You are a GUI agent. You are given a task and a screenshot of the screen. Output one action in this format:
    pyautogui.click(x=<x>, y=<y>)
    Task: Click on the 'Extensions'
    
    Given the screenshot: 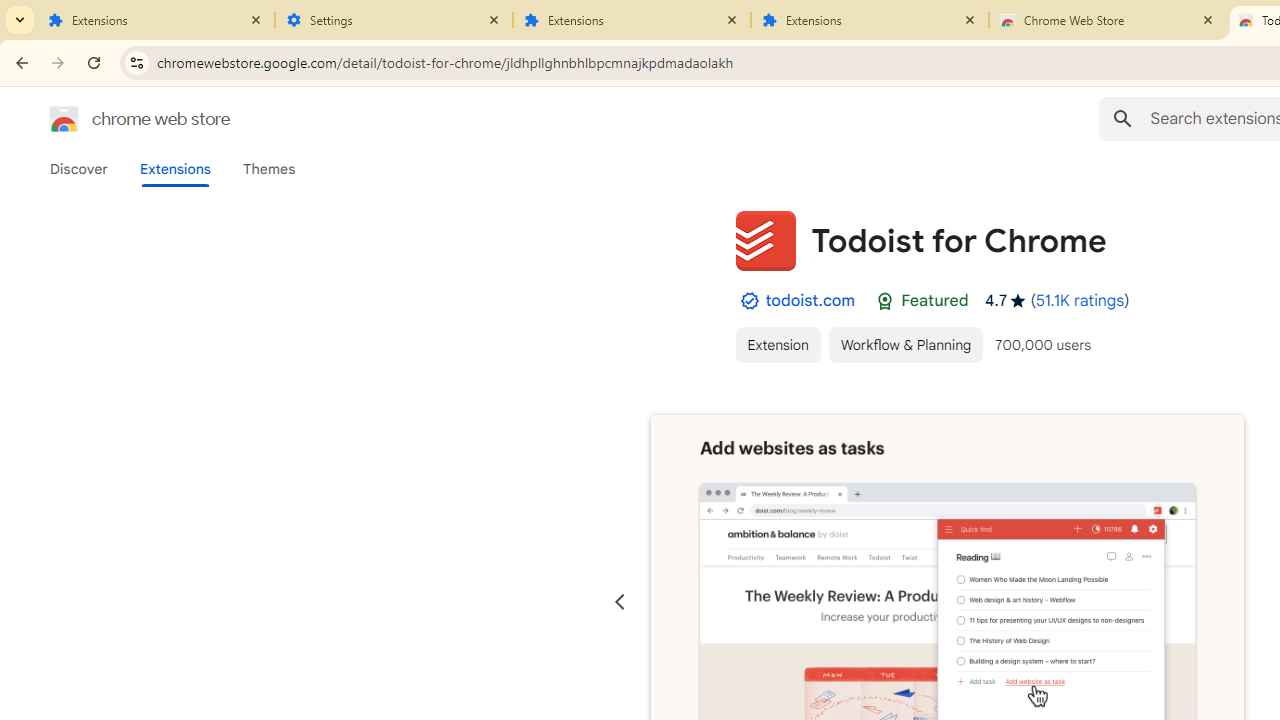 What is the action you would take?
    pyautogui.click(x=155, y=20)
    